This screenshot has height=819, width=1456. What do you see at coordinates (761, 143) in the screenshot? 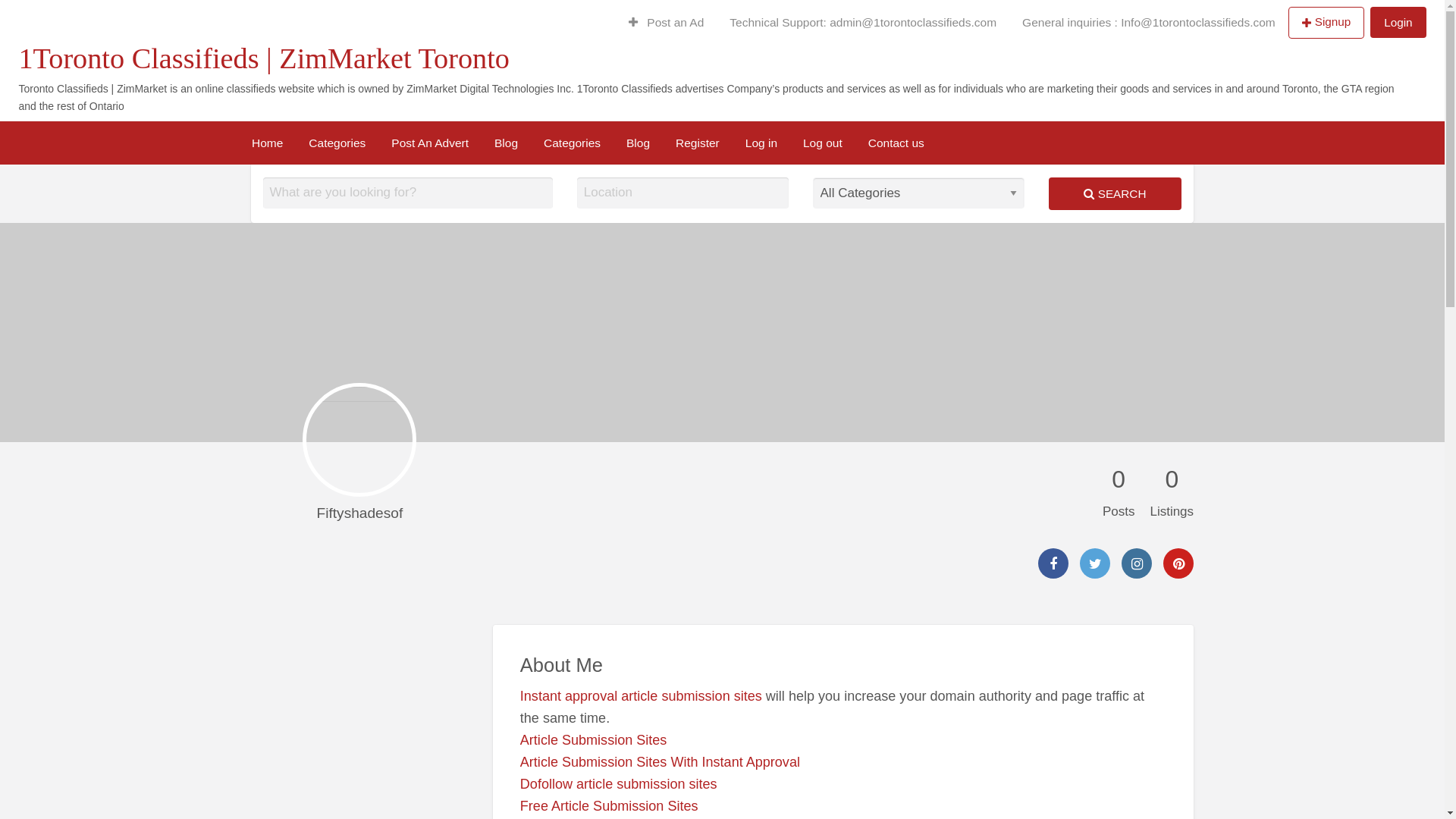
I see `'Log in'` at bounding box center [761, 143].